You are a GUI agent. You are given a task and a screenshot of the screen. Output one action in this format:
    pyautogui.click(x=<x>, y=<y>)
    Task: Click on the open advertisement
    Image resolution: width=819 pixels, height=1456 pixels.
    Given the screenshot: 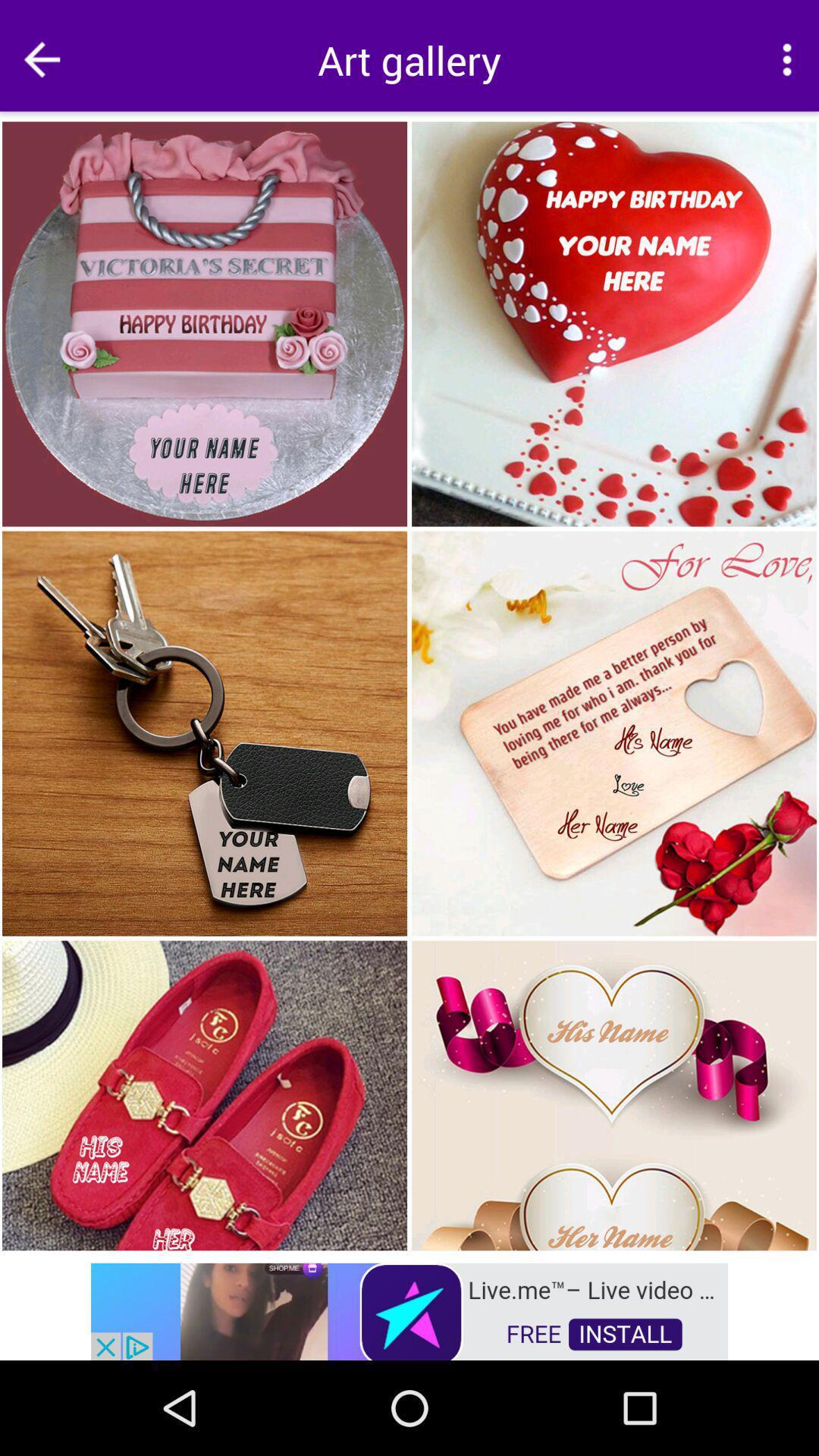 What is the action you would take?
    pyautogui.click(x=409, y=1310)
    